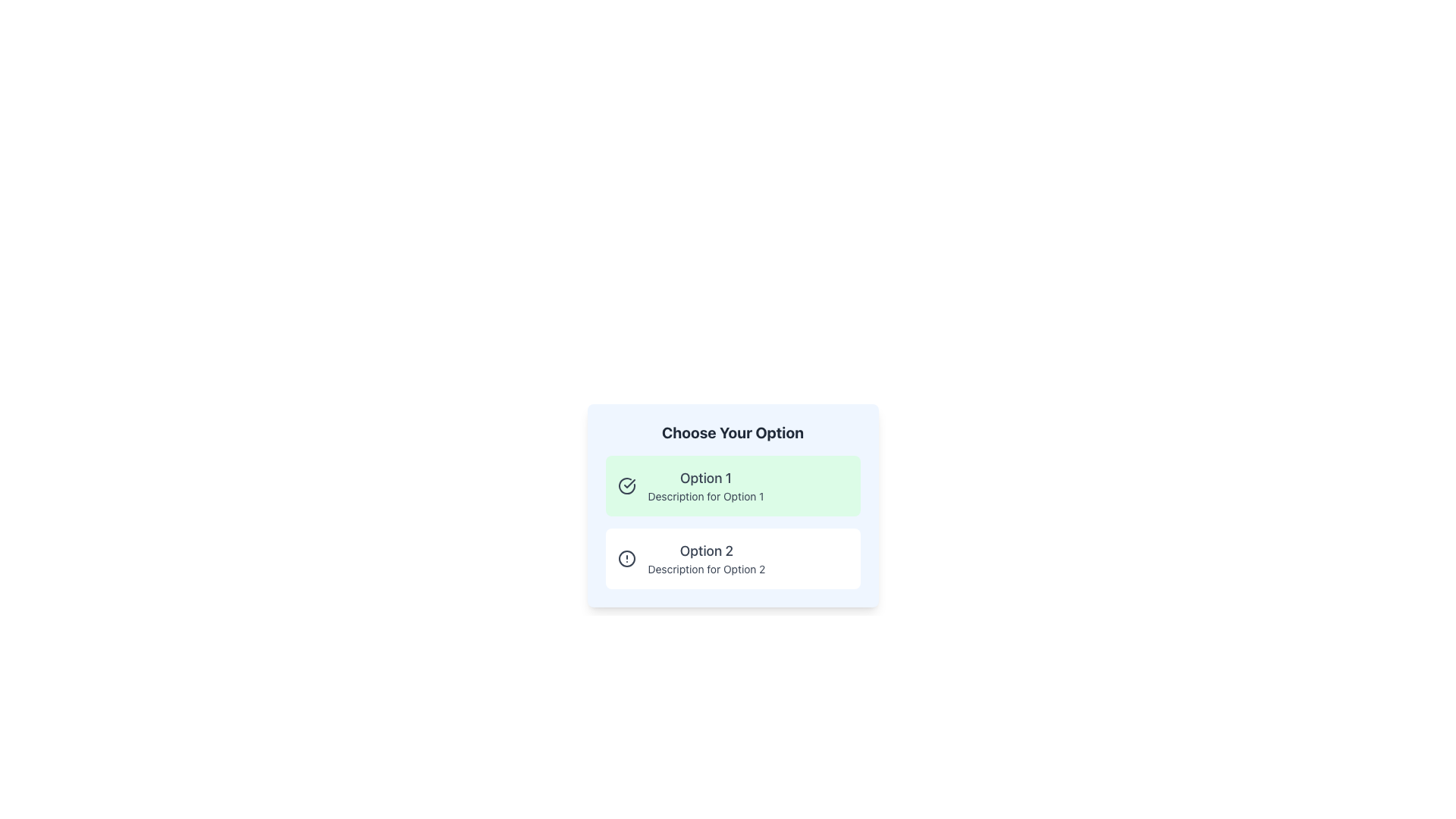 The image size is (1456, 819). I want to click on the graphical check shape that is part of the circular icon located in the left part of the rectangle associated with Option 1, so click(629, 483).